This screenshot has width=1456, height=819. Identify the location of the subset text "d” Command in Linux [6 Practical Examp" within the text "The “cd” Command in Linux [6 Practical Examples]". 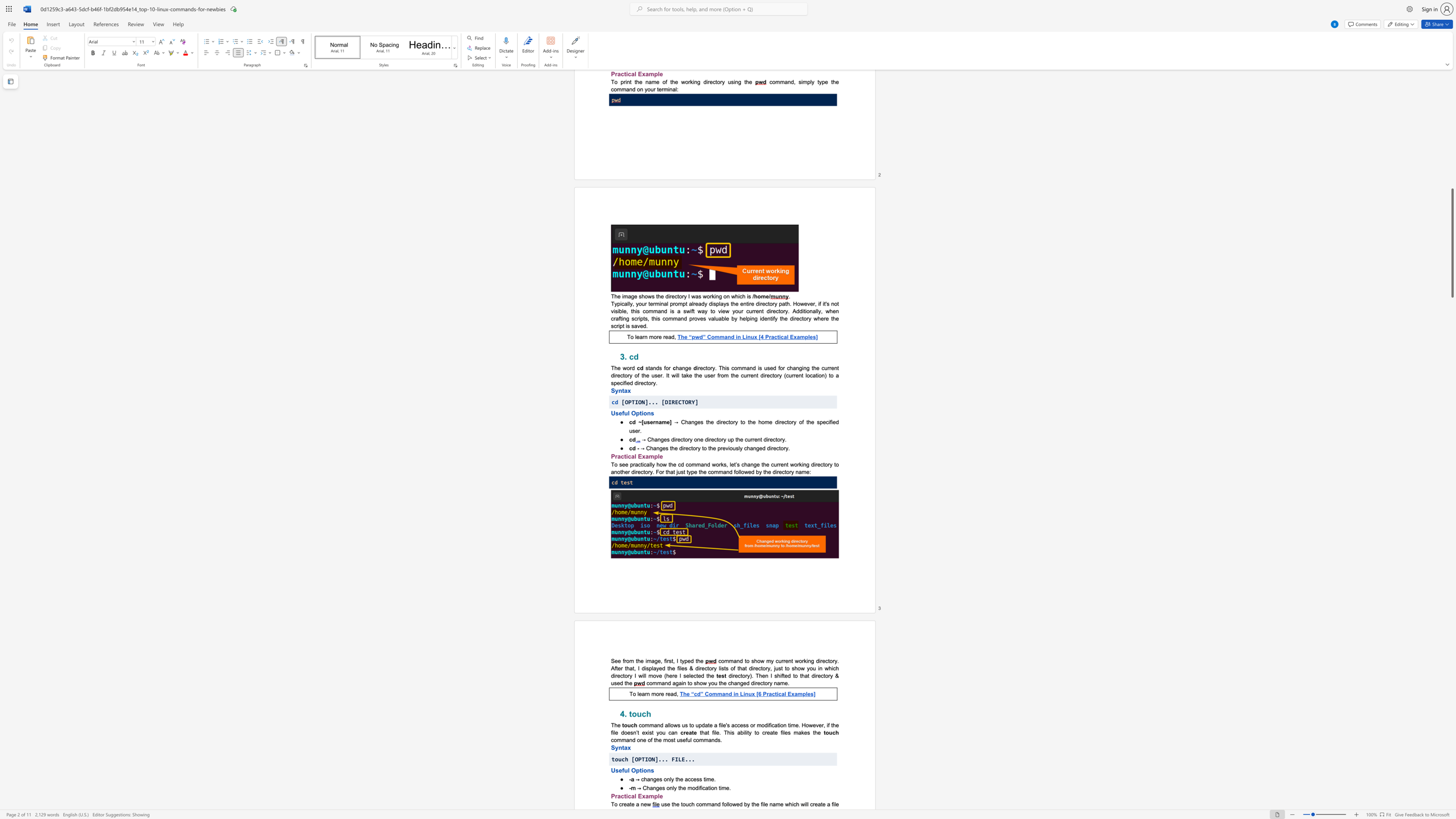
(696, 694).